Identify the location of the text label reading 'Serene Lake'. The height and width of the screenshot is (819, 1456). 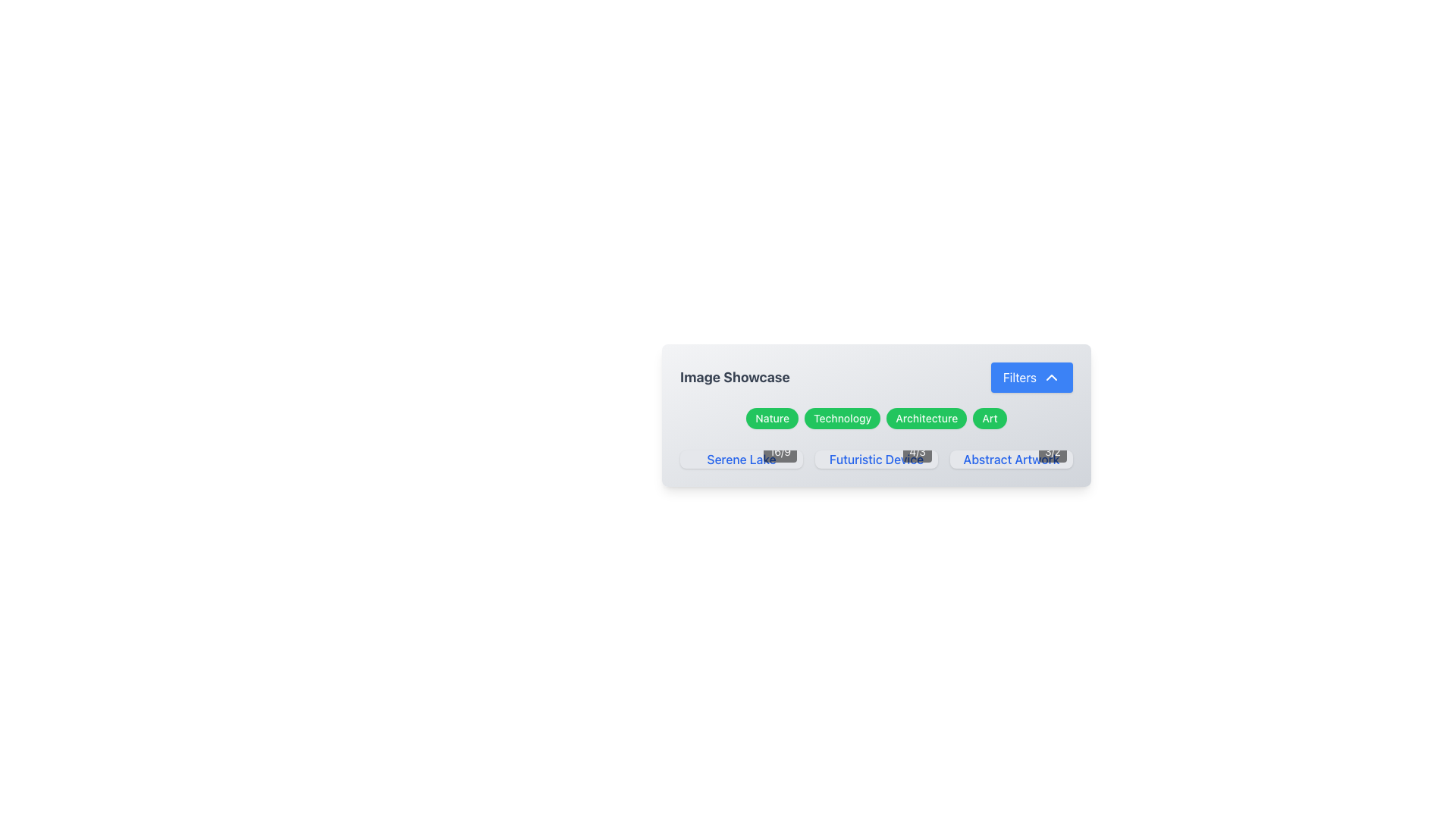
(742, 458).